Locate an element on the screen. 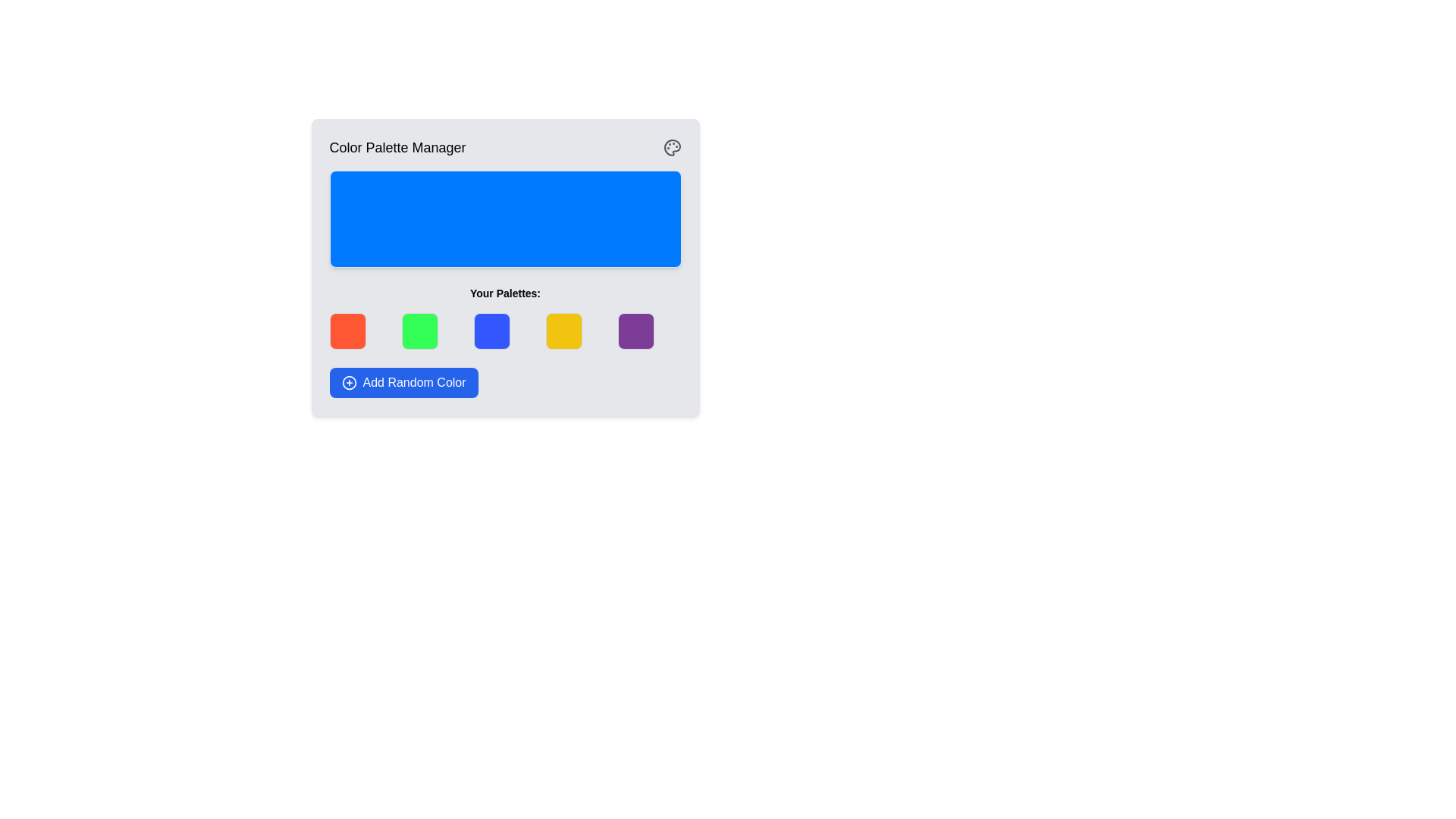 Image resolution: width=1456 pixels, height=819 pixels. the circular blue icon with a plus sign centered inside it, located on the left side of the 'Add Random Color' button at the bottom of the vertical layout to initiate the add action is located at coordinates (348, 382).